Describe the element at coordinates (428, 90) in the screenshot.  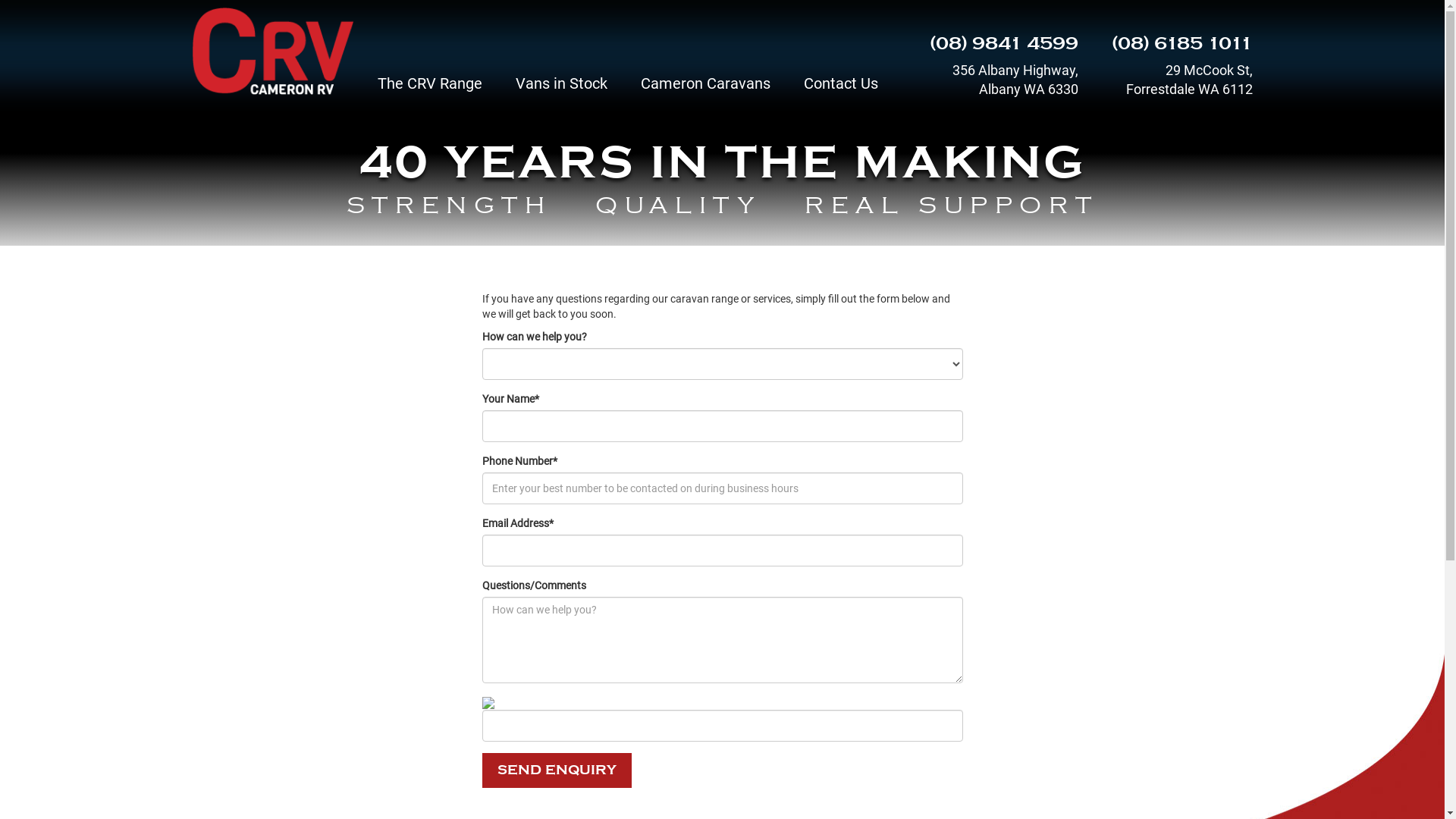
I see `'The CRV Range'` at that location.